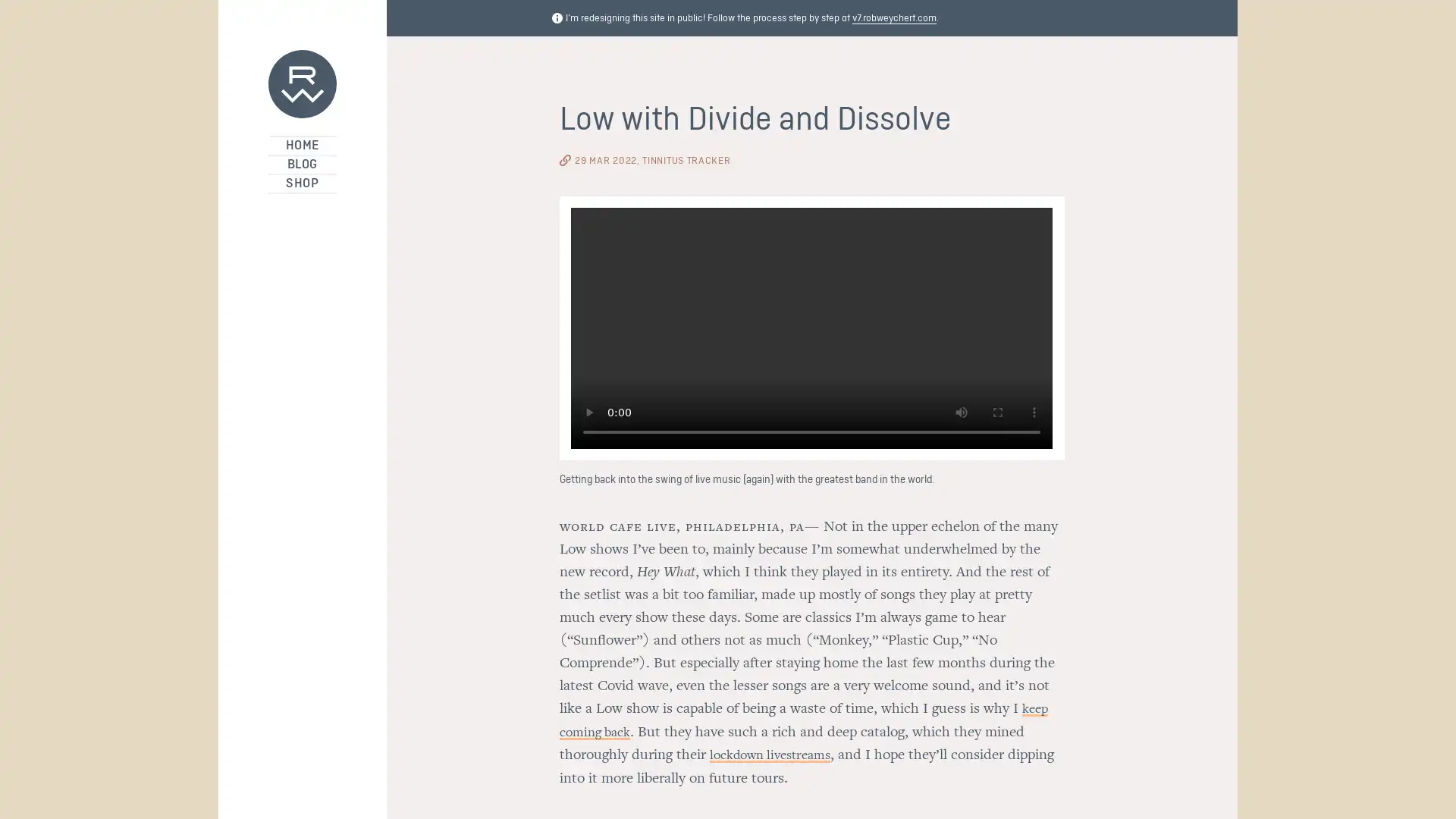 This screenshot has height=819, width=1456. What do you see at coordinates (588, 415) in the screenshot?
I see `play` at bounding box center [588, 415].